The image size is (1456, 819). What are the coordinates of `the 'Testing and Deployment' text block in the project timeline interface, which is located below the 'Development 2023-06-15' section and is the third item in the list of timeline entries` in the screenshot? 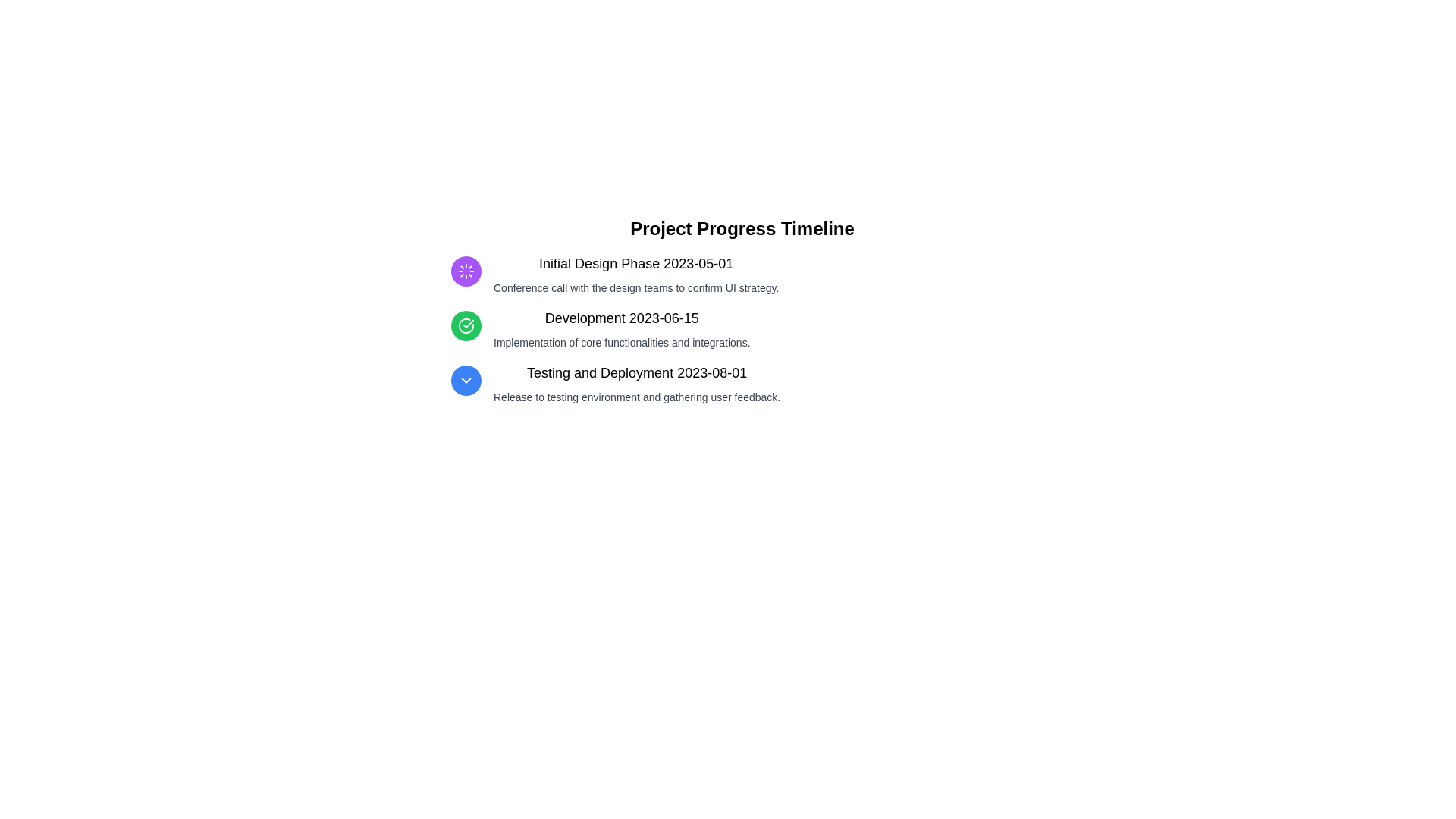 It's located at (637, 382).